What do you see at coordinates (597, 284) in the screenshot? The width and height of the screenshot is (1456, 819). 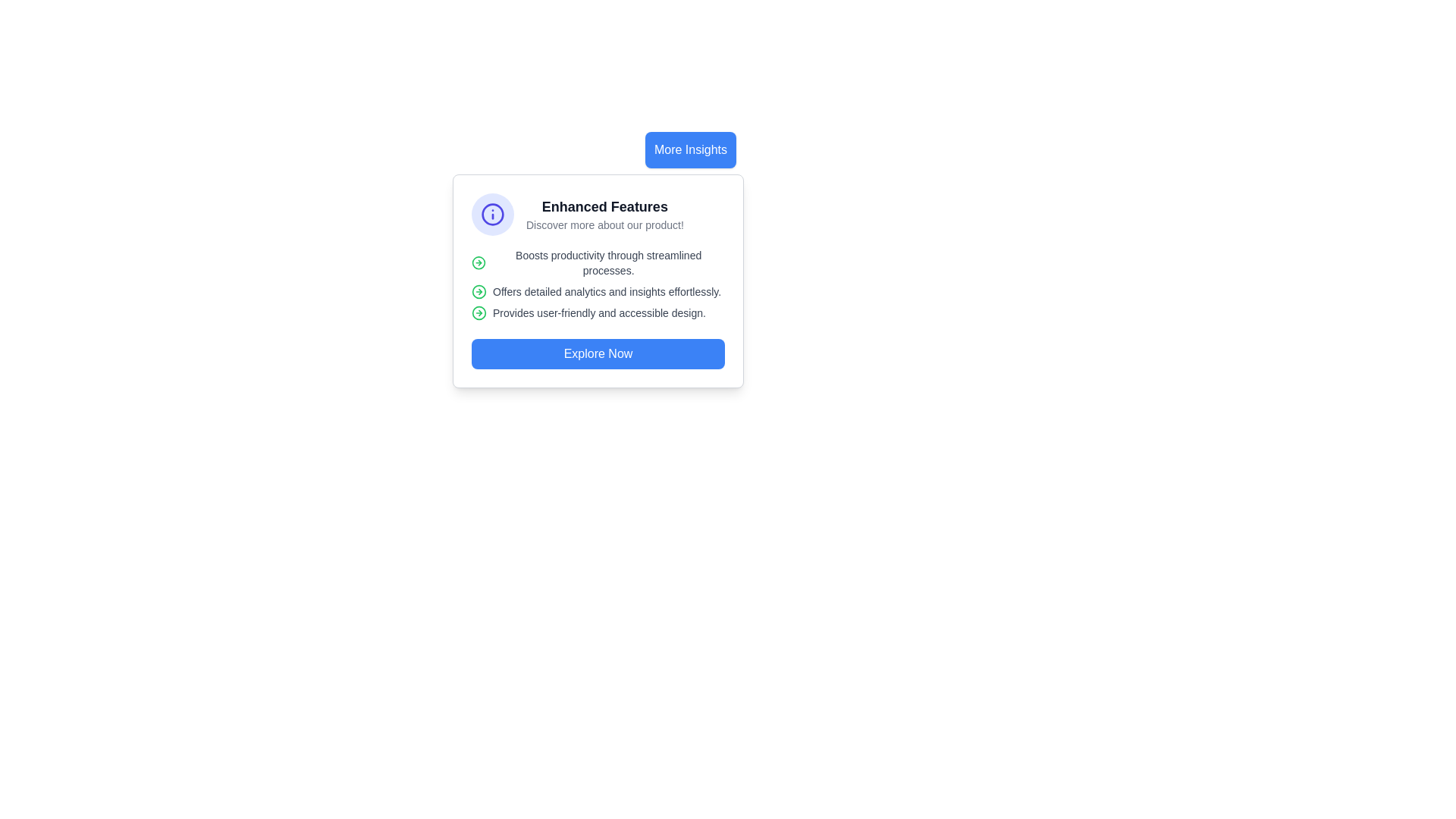 I see `information in the vertically stacked text block containing three bullet points about productivity, analytics, and design, located below the heading 'Enhanced Features' and above the 'Explore Now' button` at bounding box center [597, 284].